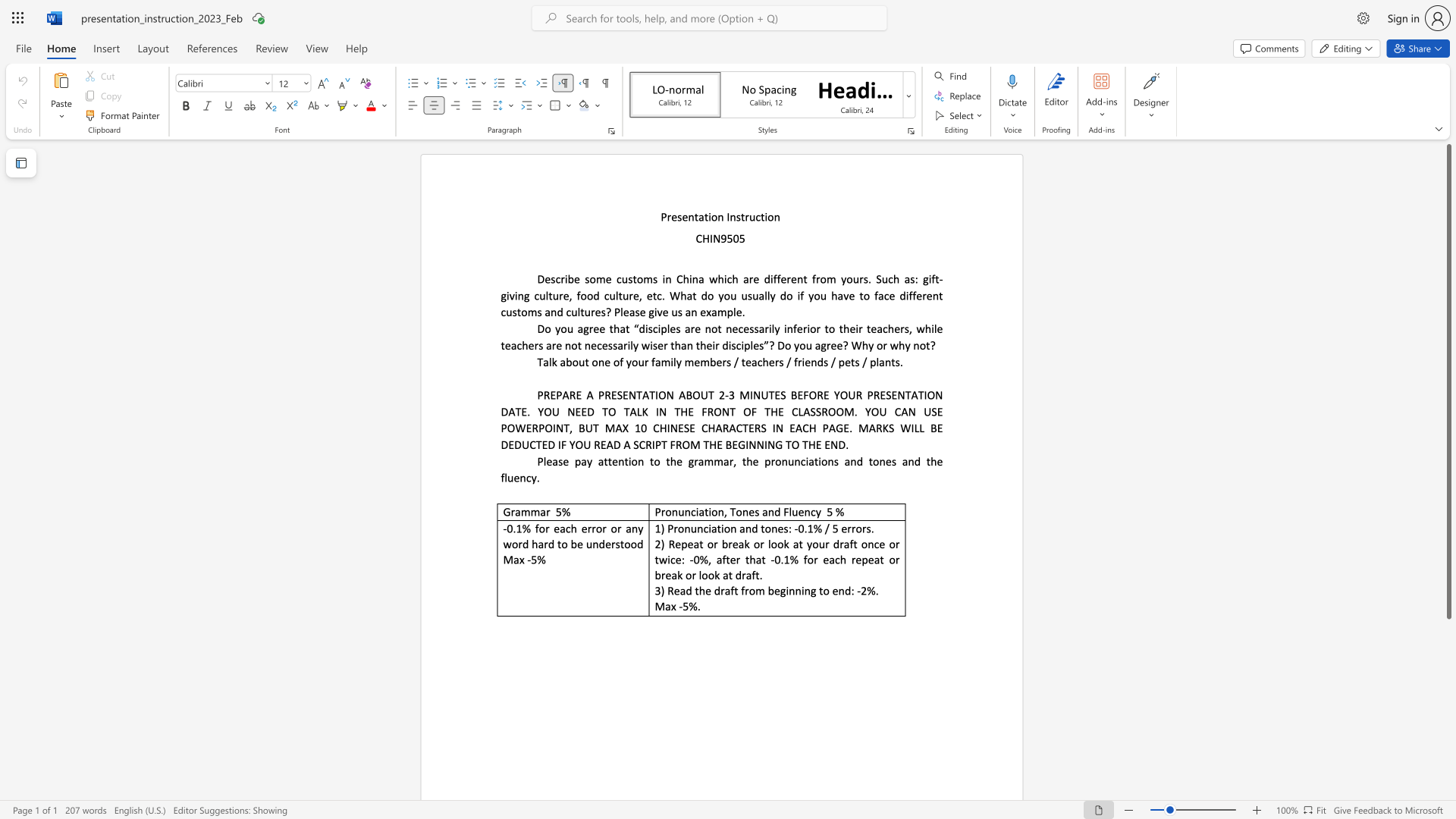 This screenshot has height=819, width=1456. I want to click on the scrollbar to scroll the page down, so click(1448, 719).